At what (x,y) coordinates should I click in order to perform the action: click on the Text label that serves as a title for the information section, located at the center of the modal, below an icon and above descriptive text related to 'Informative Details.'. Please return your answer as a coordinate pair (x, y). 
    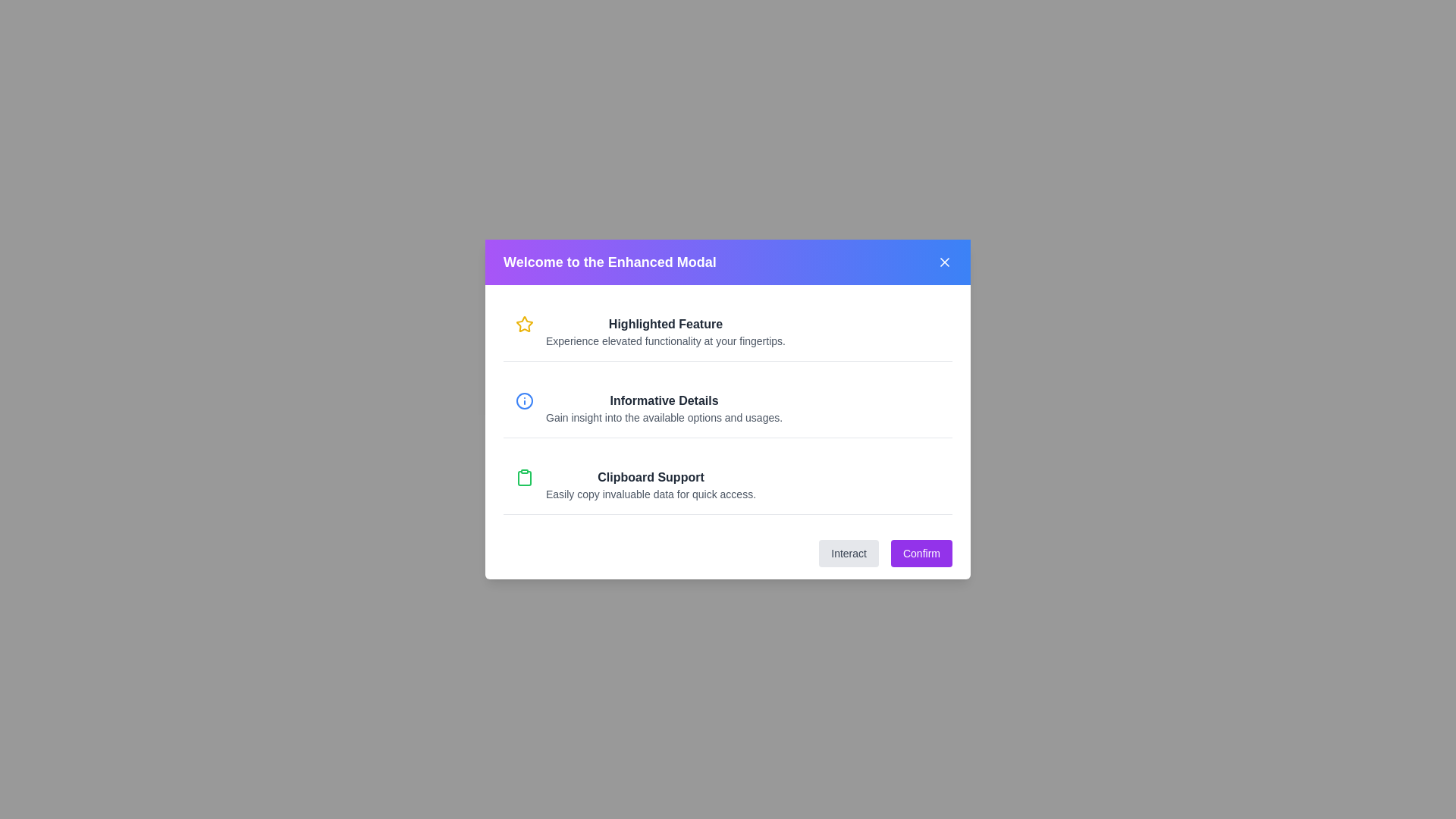
    Looking at the image, I should click on (664, 400).